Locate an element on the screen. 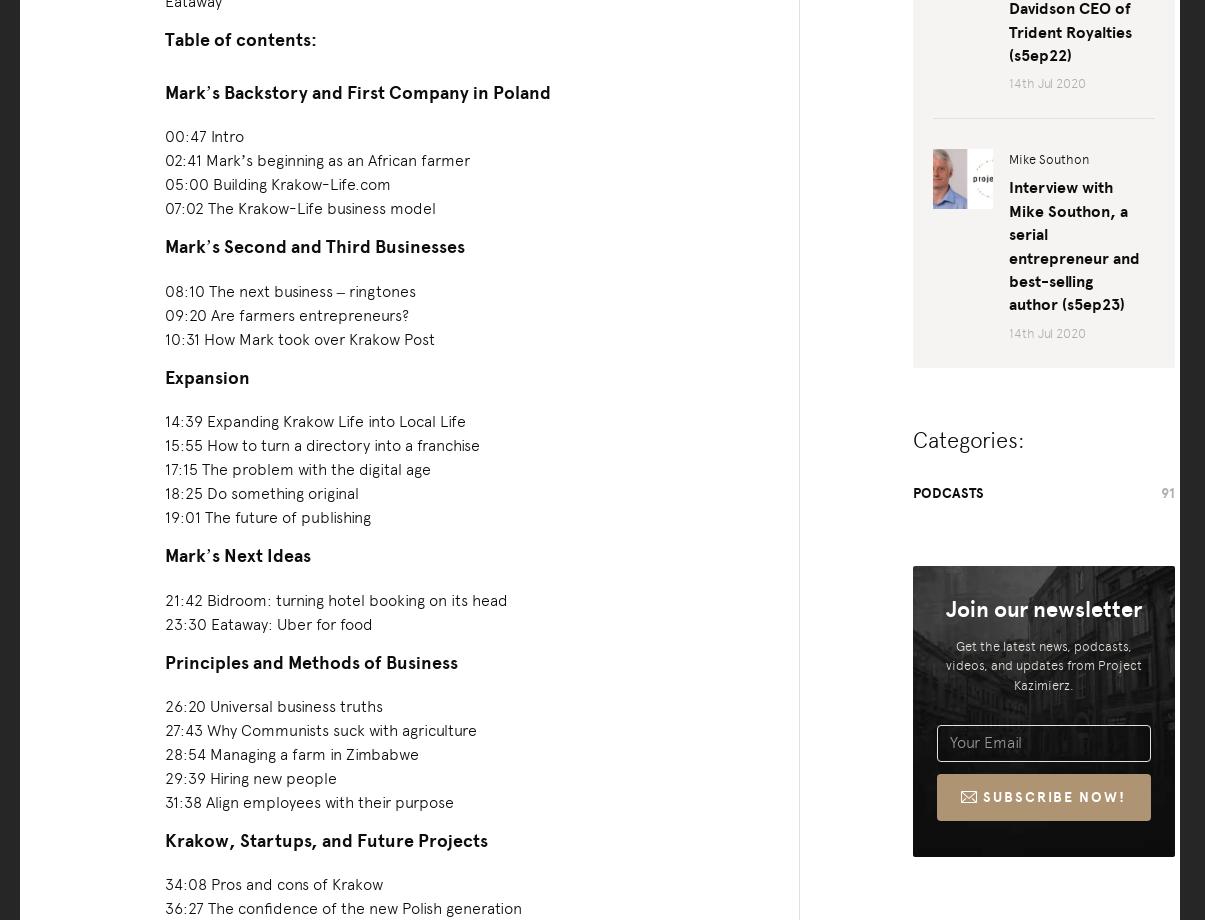 This screenshot has height=920, width=1205. '05:00 Building Krakow-Life.com' is located at coordinates (276, 183).